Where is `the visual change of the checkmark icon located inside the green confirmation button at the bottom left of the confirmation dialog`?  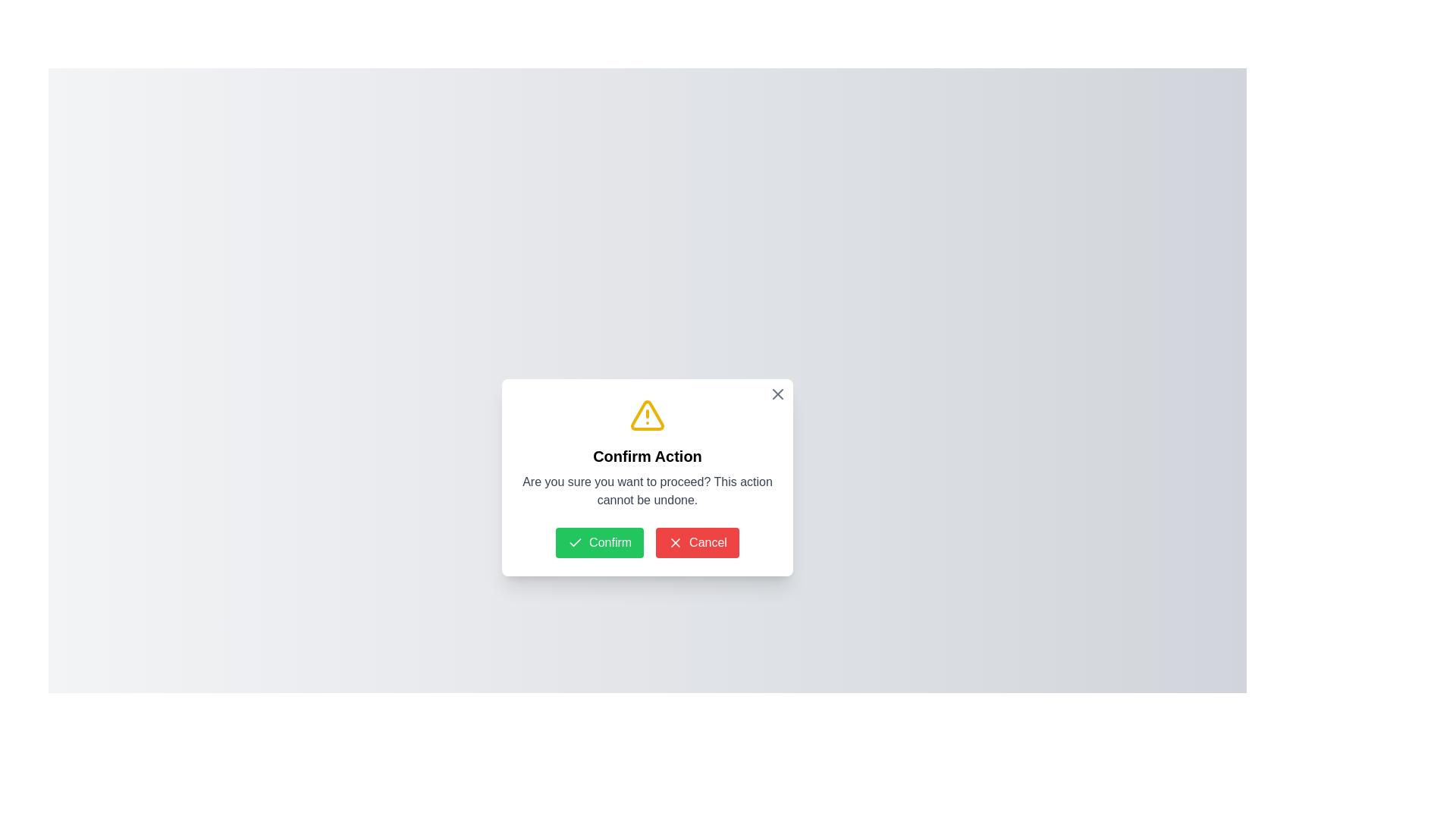
the visual change of the checkmark icon located inside the green confirmation button at the bottom left of the confirmation dialog is located at coordinates (575, 541).